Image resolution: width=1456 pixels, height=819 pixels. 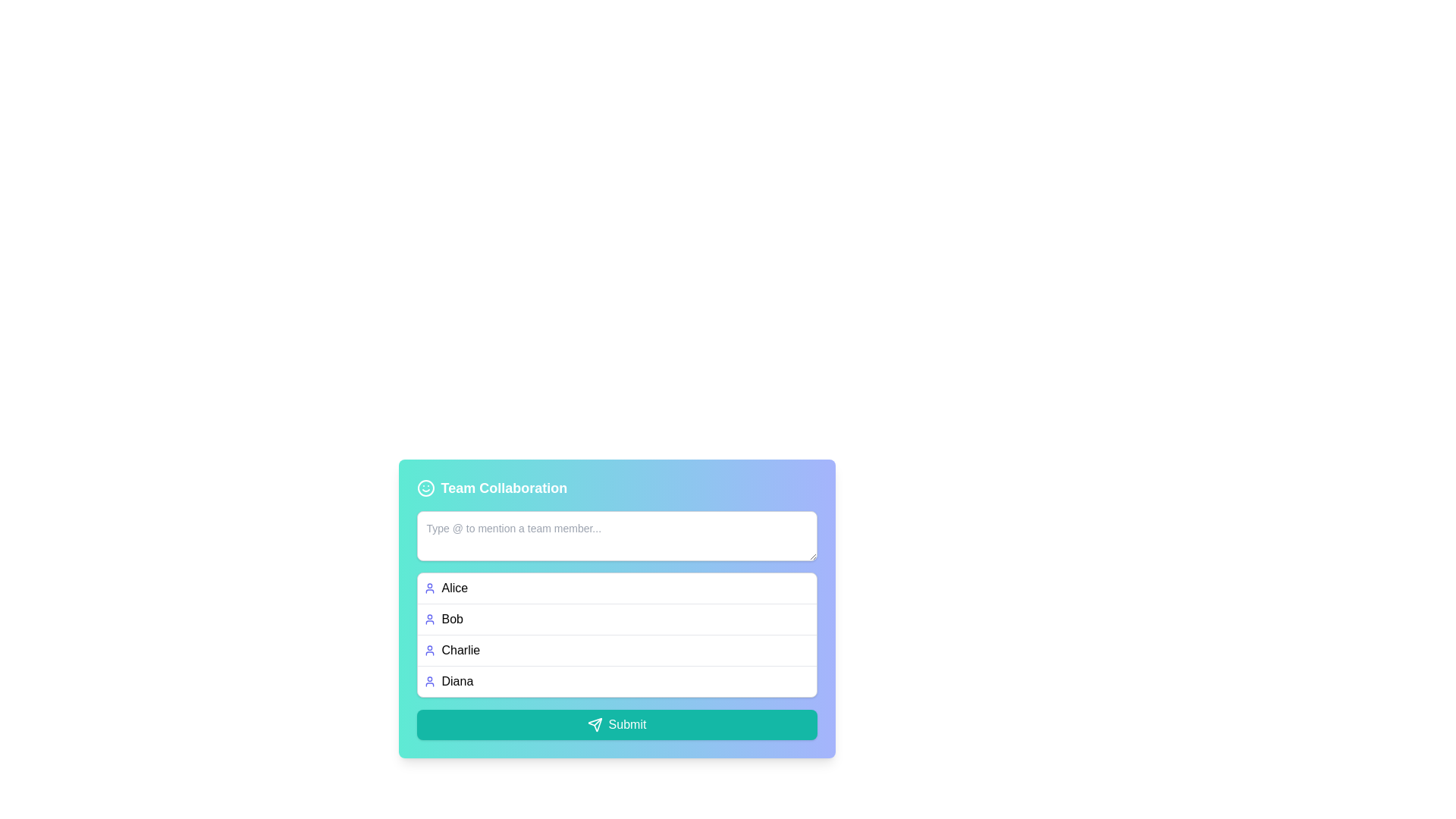 I want to click on the user icon, which is a small dark indigo minimalist outline icon representing a human figure, located immediately to the left of the text 'Diana' in the last entry of a vertical list, so click(x=428, y=680).